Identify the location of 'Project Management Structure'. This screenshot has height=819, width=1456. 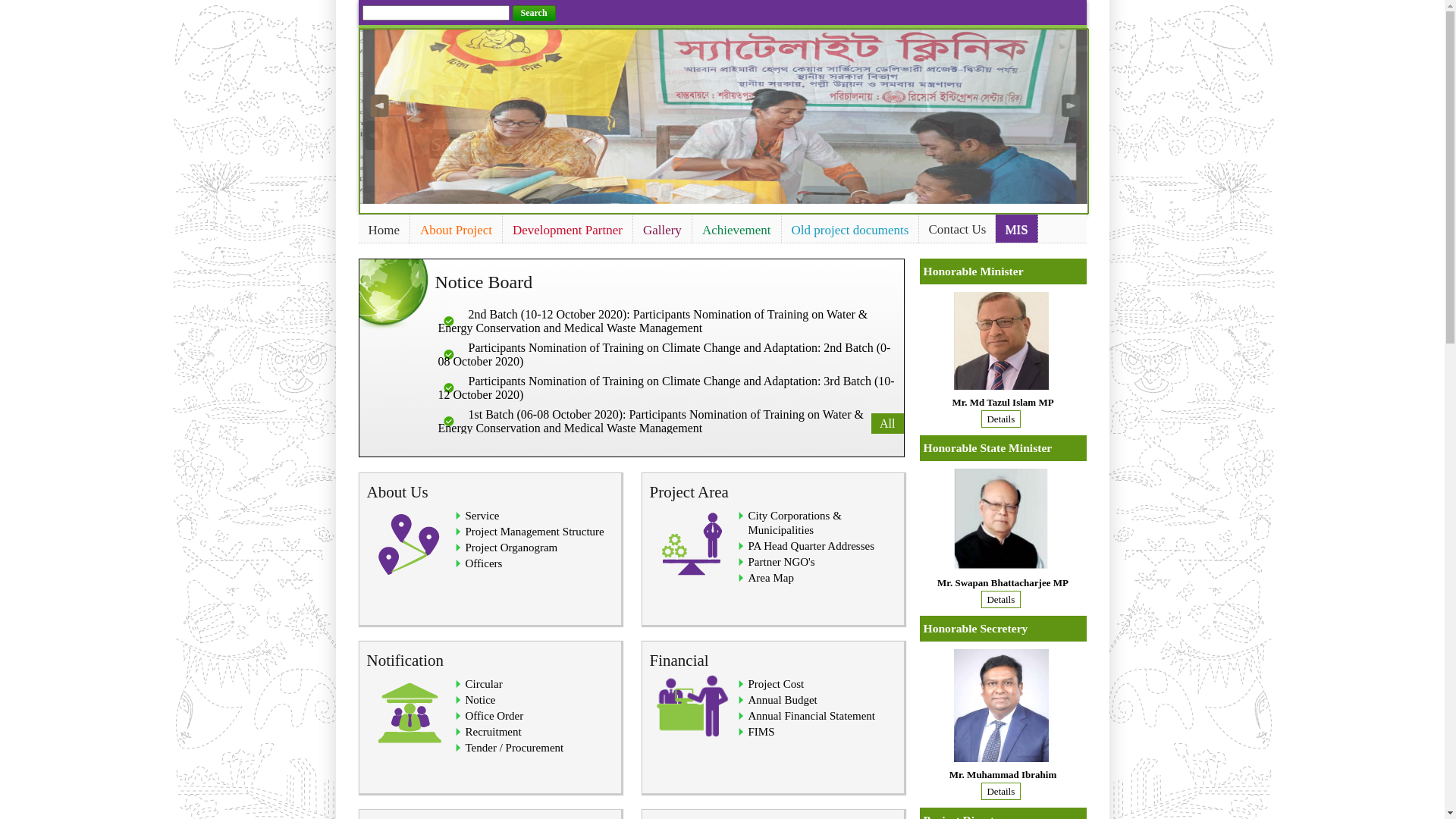
(465, 531).